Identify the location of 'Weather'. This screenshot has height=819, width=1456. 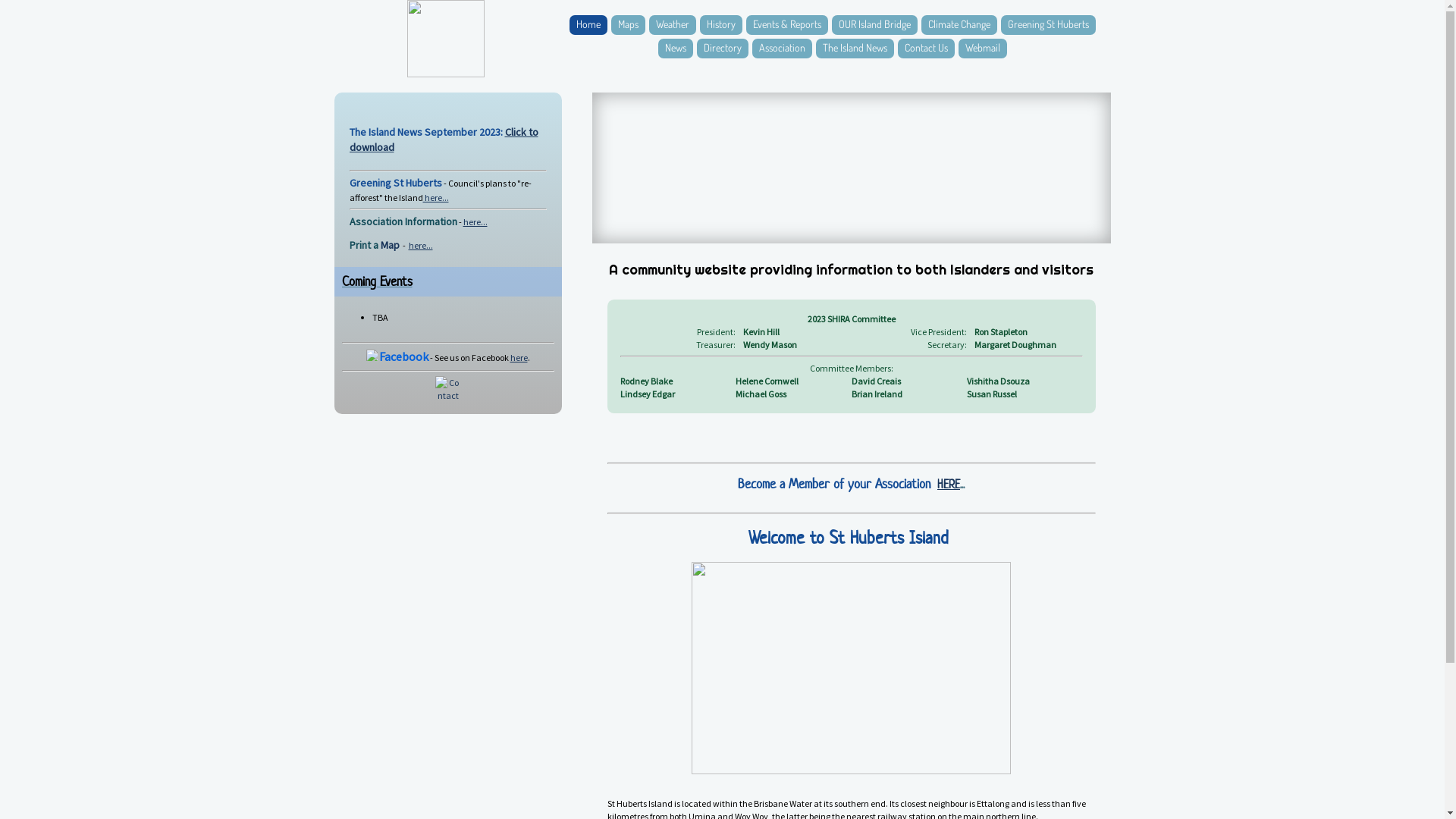
(672, 25).